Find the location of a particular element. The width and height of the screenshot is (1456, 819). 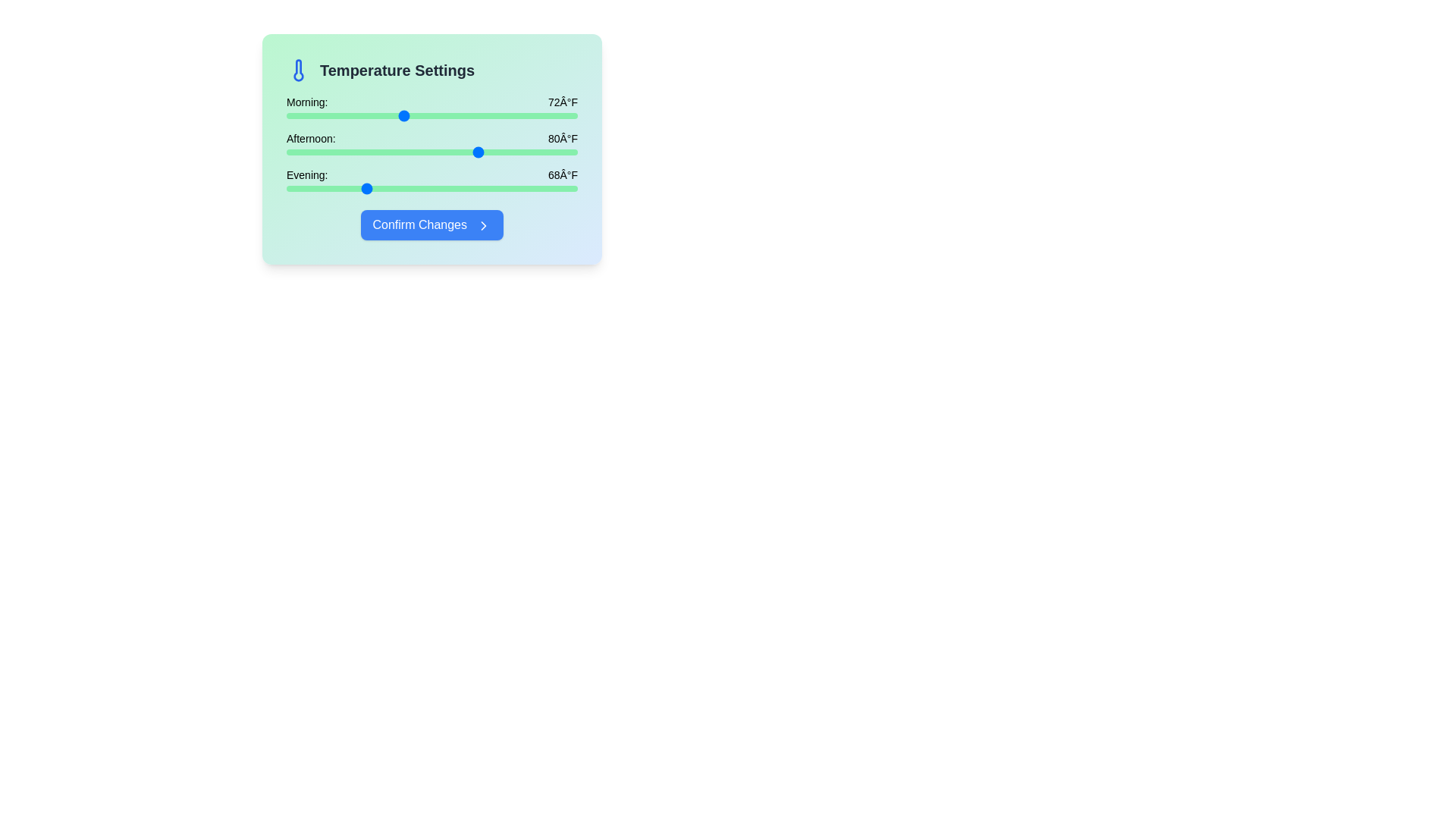

the afternoon temperature slider to 74°F is located at coordinates (422, 152).